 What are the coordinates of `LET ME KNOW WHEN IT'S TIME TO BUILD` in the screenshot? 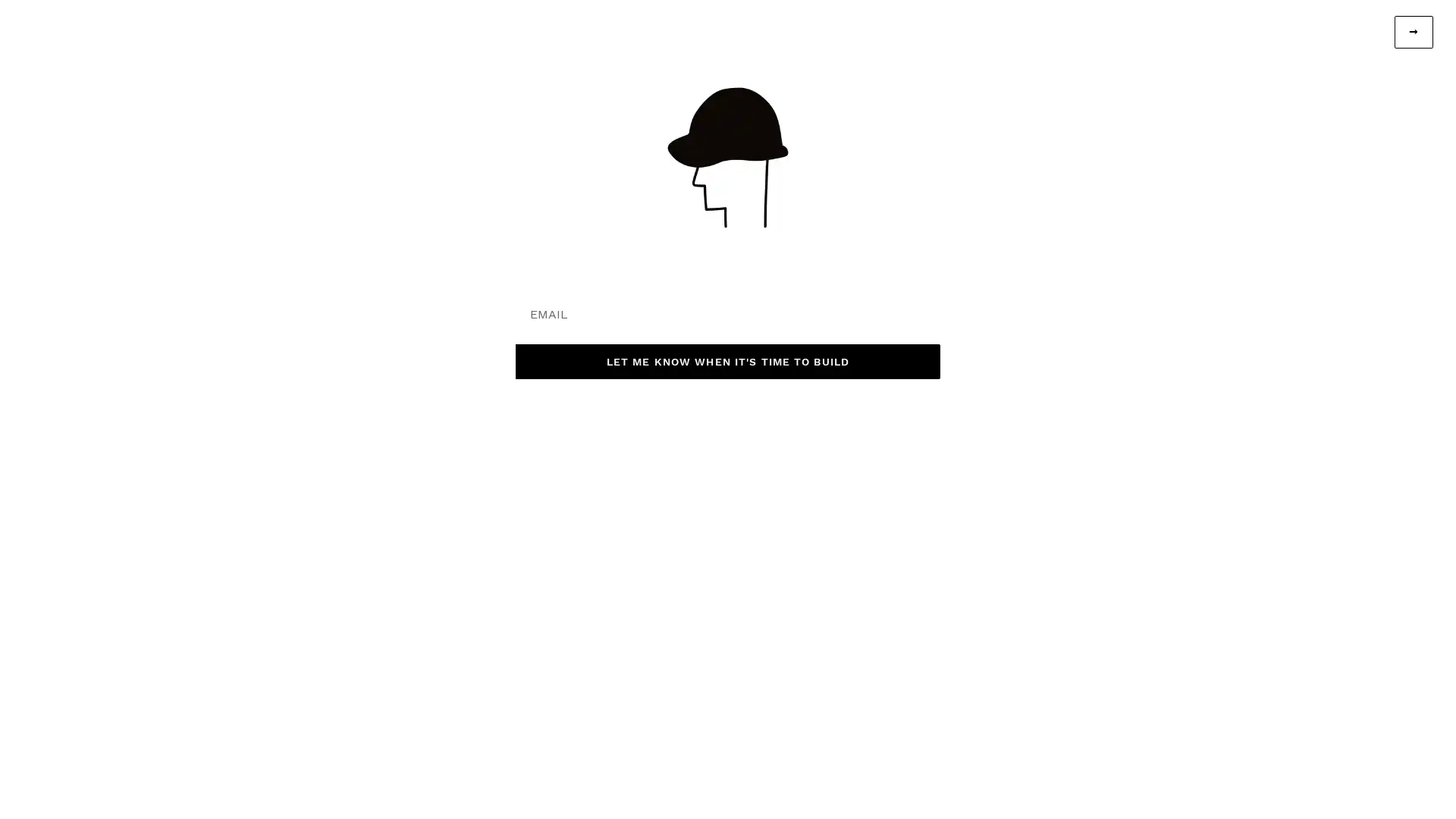 It's located at (728, 362).